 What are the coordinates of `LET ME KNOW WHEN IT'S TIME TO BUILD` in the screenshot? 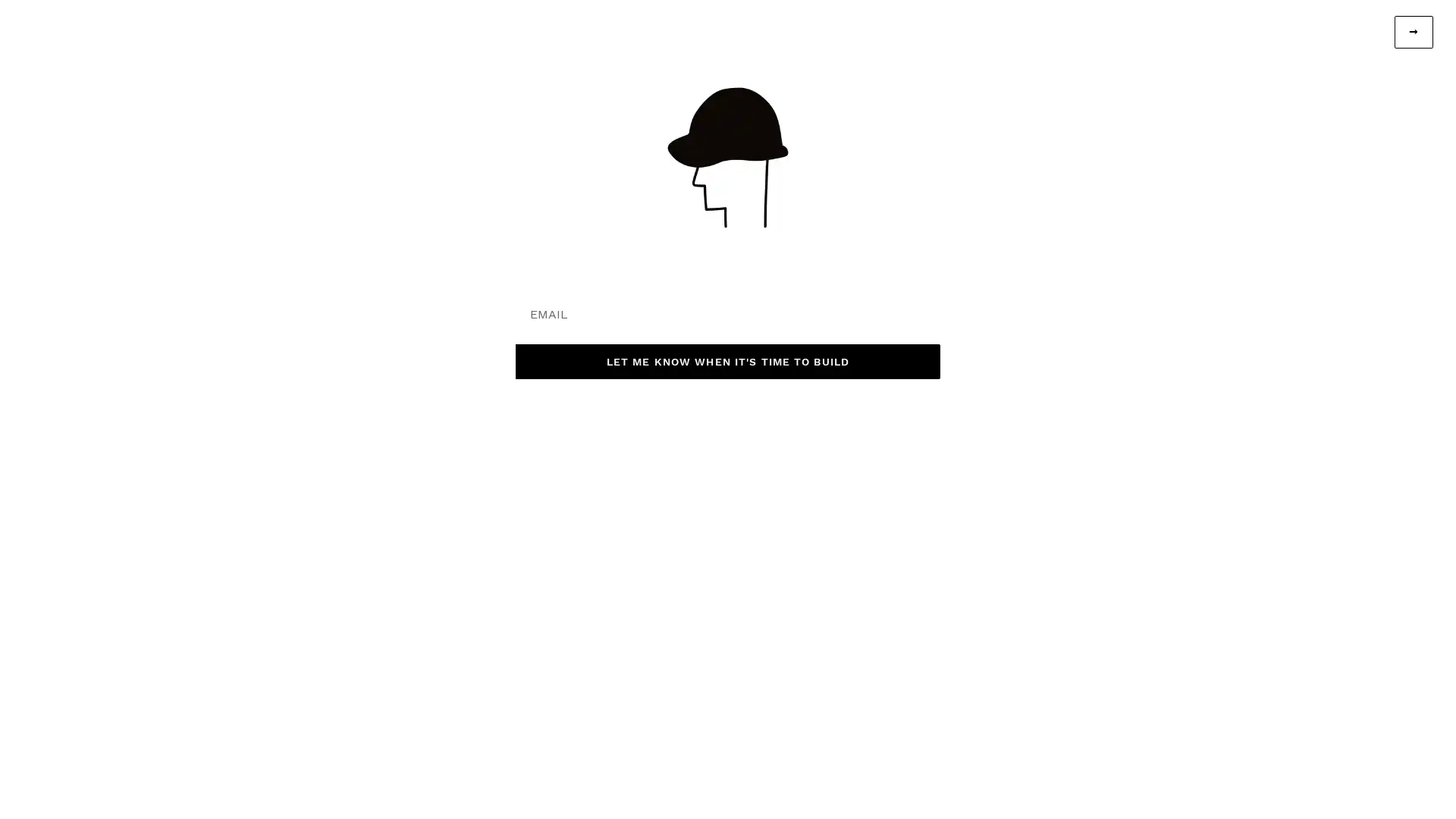 It's located at (728, 362).